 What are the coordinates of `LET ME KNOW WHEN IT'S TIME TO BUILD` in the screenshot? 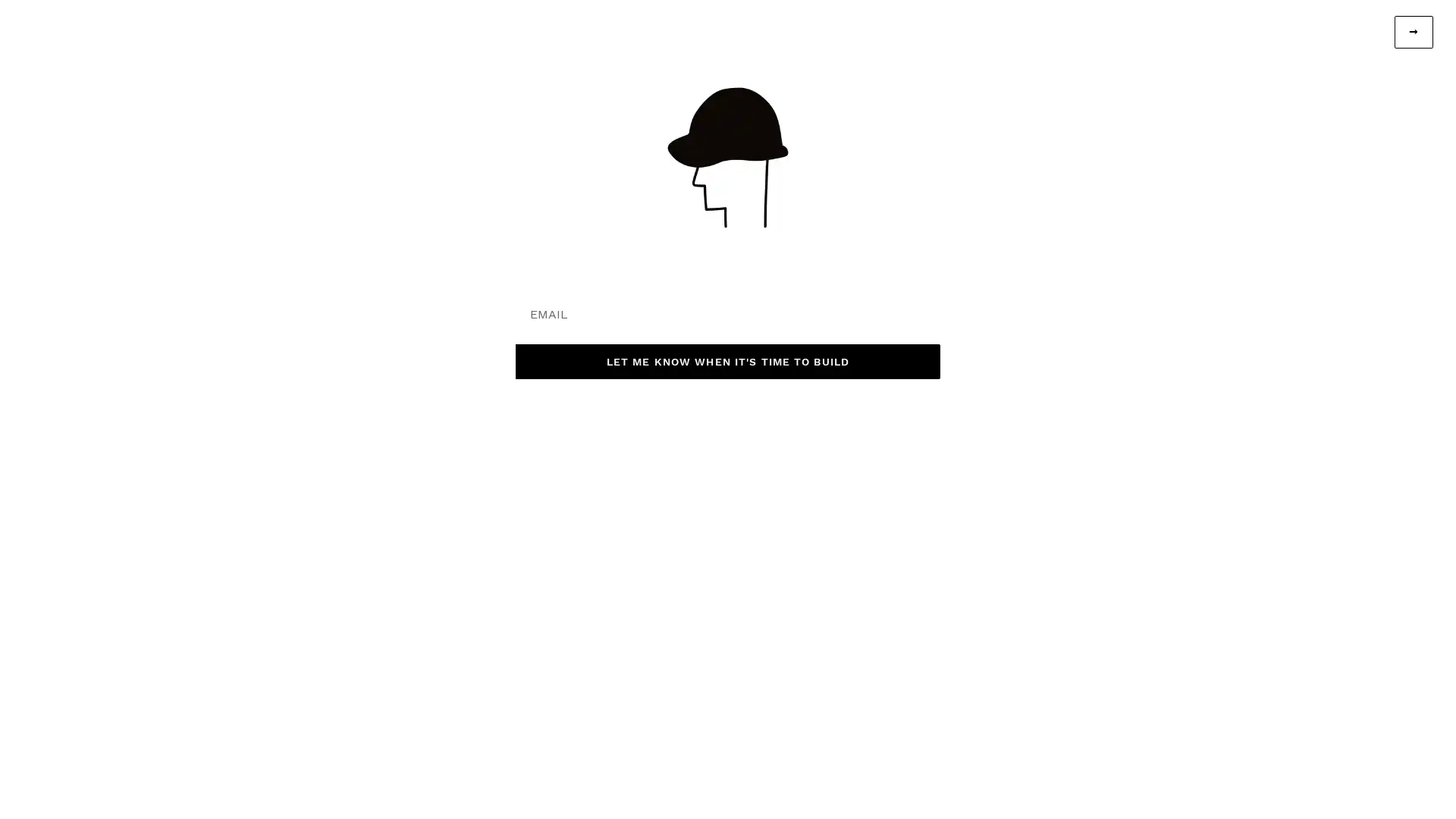 It's located at (728, 362).